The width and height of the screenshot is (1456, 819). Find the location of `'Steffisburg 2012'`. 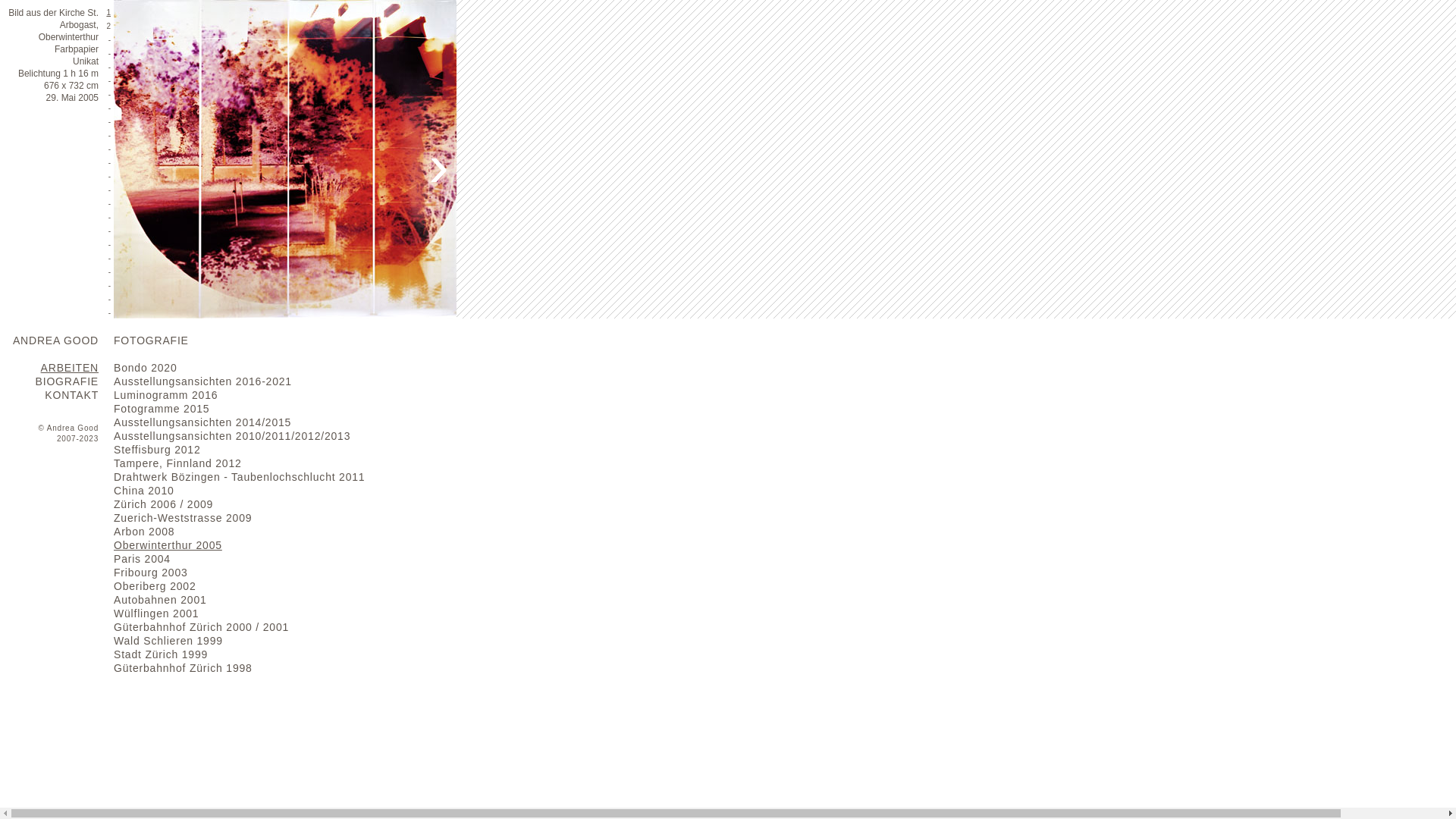

'Steffisburg 2012' is located at coordinates (157, 449).